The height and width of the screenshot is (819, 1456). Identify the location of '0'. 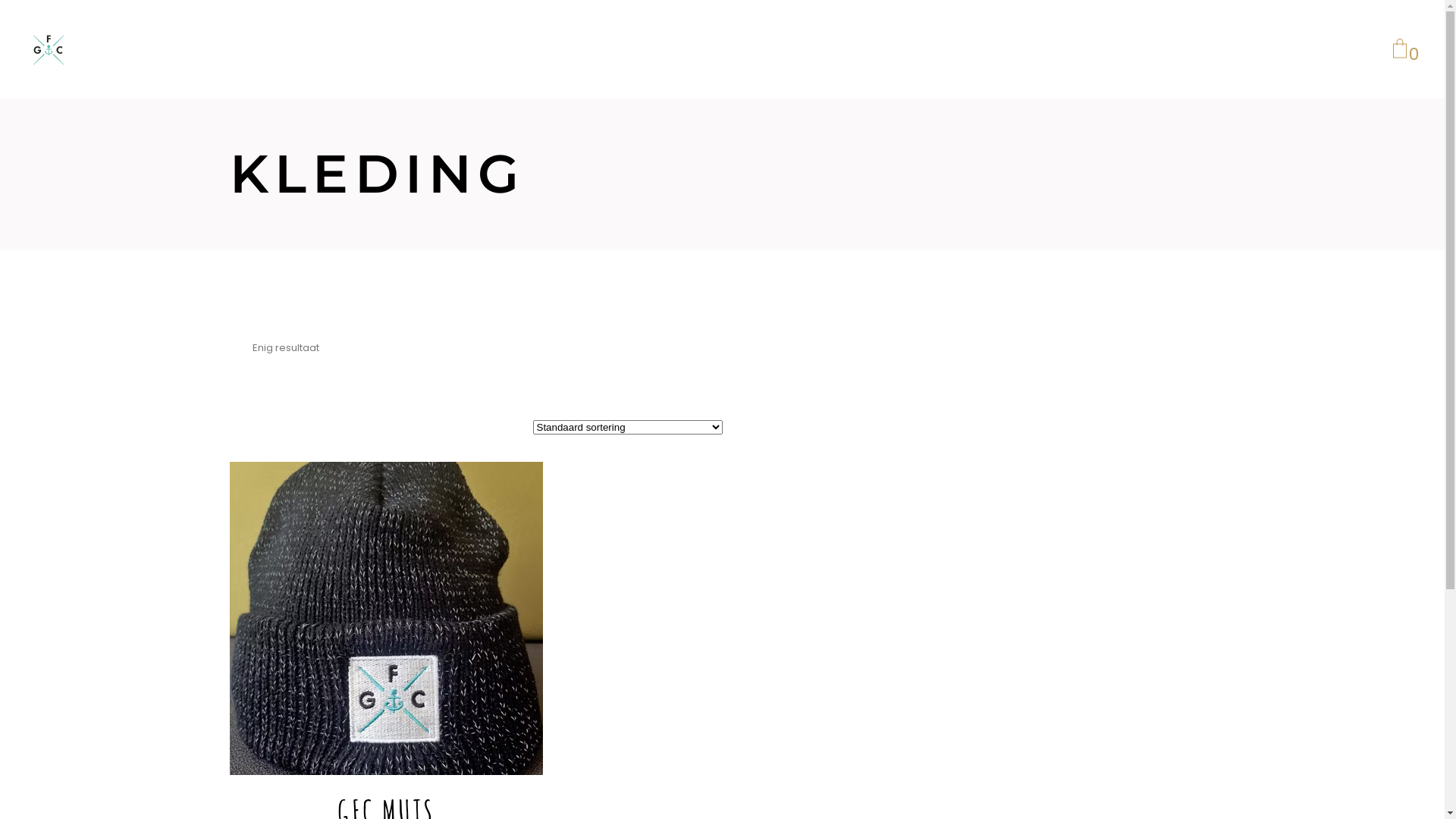
(1399, 49).